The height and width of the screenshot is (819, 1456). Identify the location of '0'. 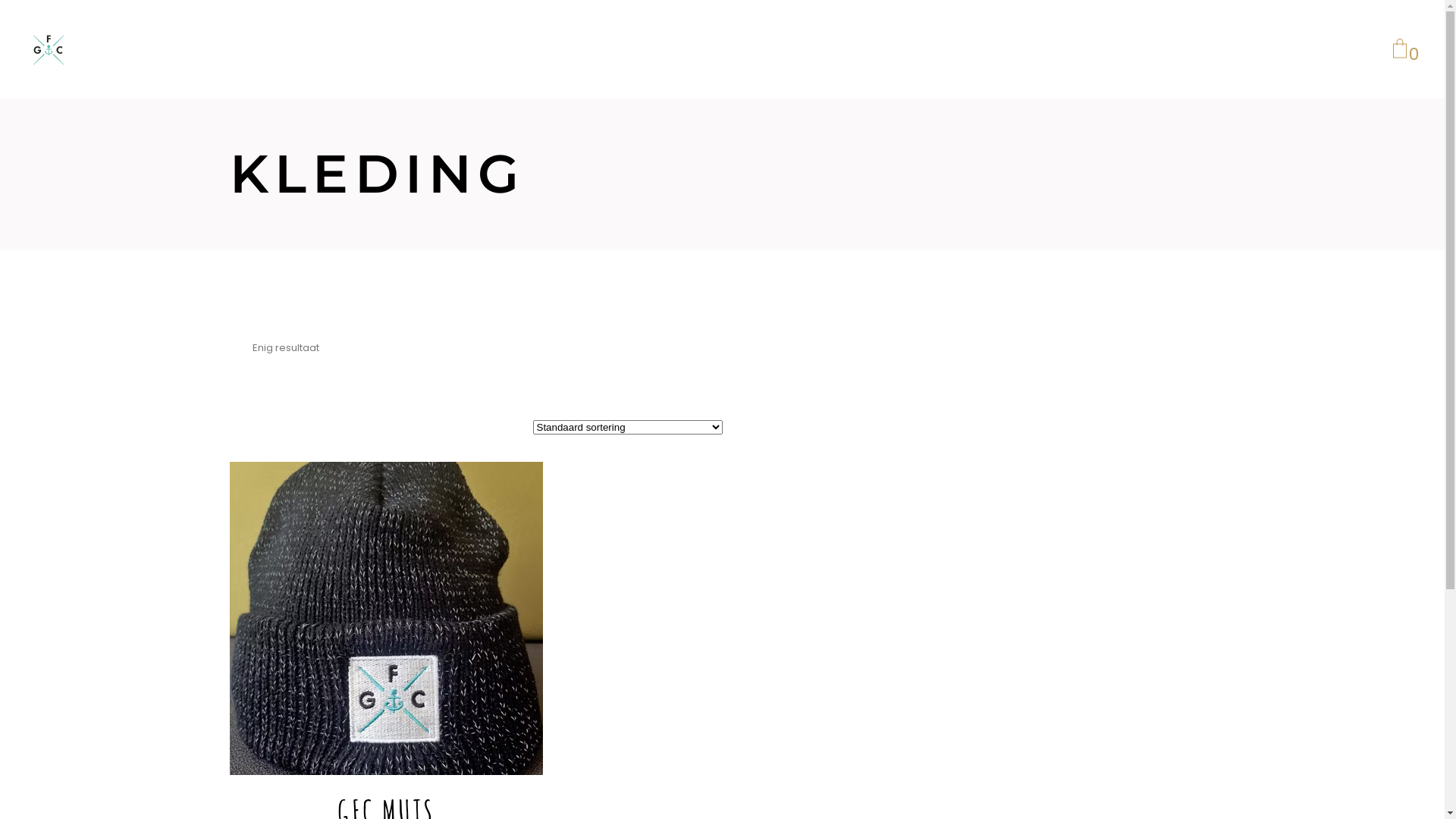
(1399, 49).